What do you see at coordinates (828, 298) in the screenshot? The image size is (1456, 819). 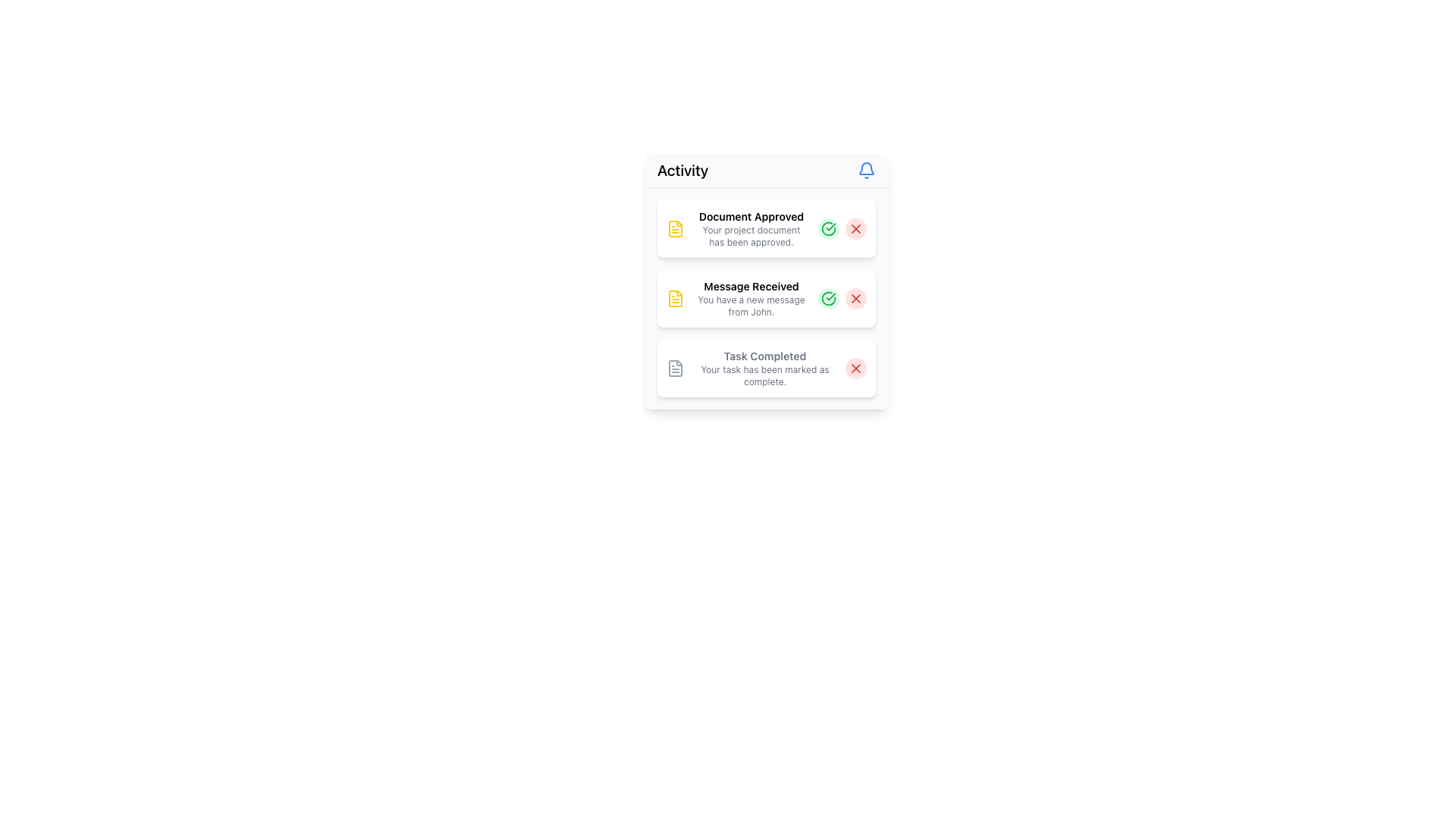 I see `the green checkmark icon indicating a successful action in the second notification row of the activity feed for the 'Message Received' notification` at bounding box center [828, 298].